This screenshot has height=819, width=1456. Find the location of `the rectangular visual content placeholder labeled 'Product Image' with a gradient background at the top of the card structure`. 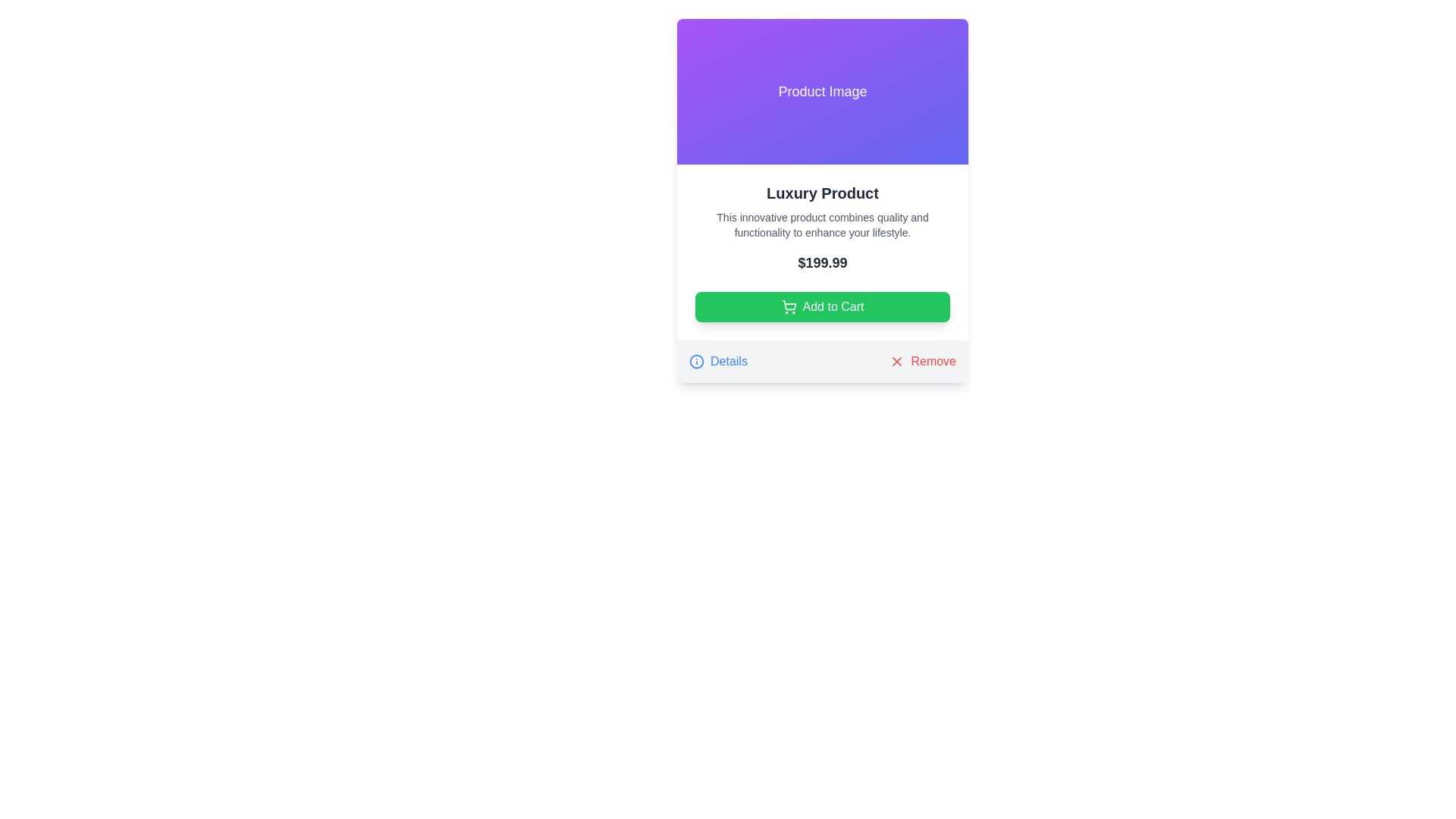

the rectangular visual content placeholder labeled 'Product Image' with a gradient background at the top of the card structure is located at coordinates (821, 91).